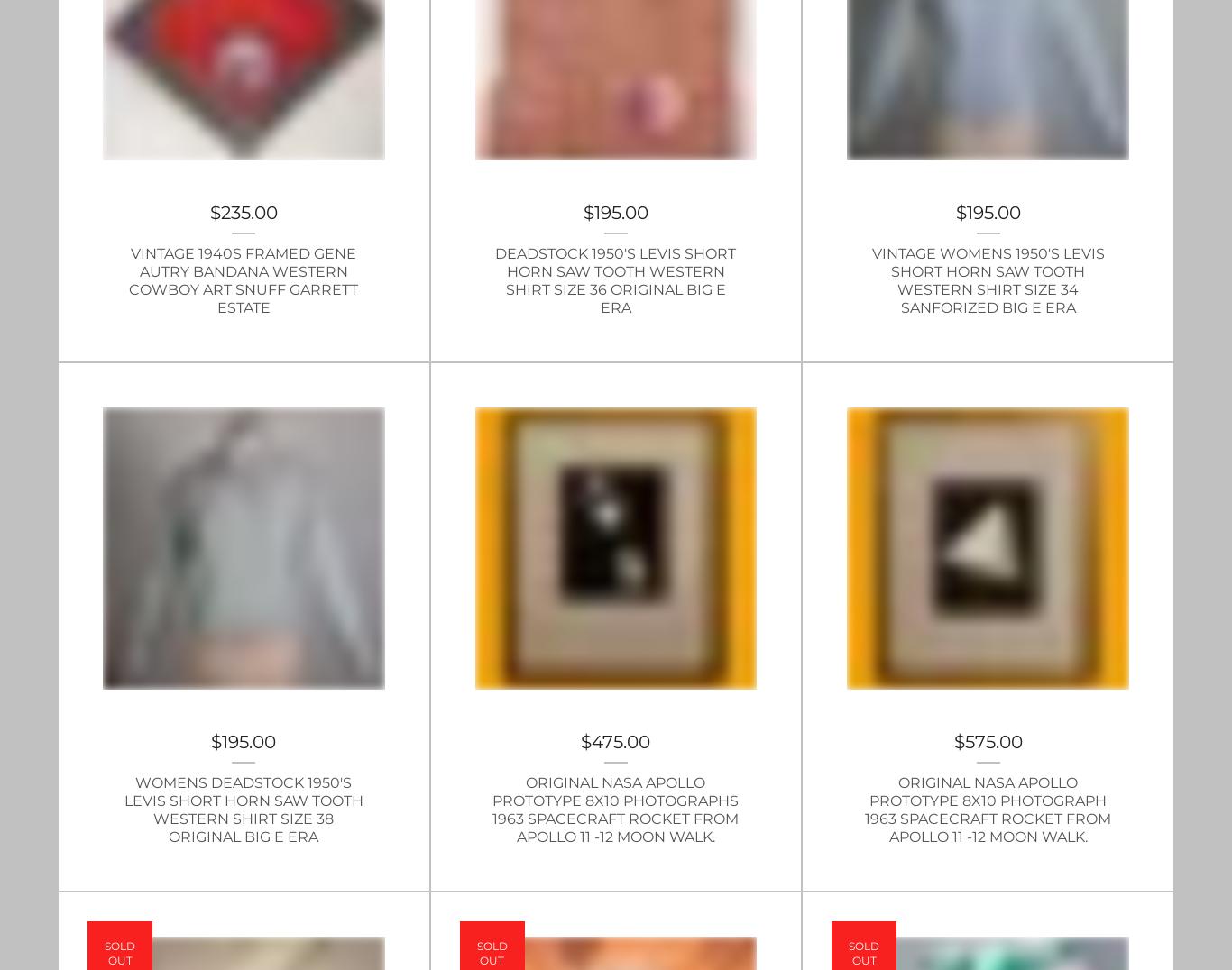 Image resolution: width=1232 pixels, height=970 pixels. What do you see at coordinates (987, 809) in the screenshot?
I see `'Original Nasa Apollo Prototype 8X10 photograph 1963 Spacecraft Rocket from Apollo 11 -12 Moon walk.'` at bounding box center [987, 809].